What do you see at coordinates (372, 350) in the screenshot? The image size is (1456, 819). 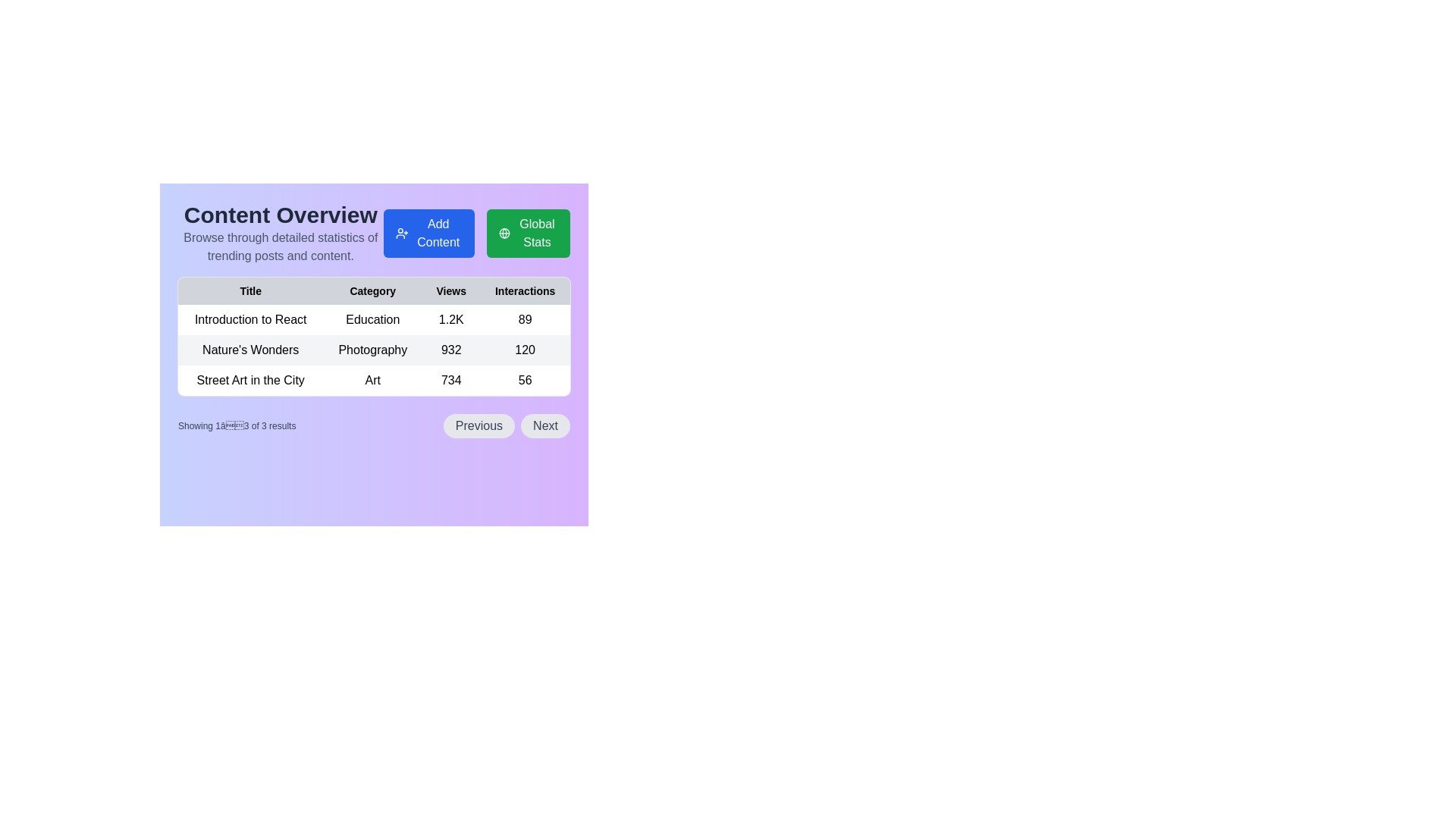 I see `the text label displaying 'Photography' which is located under the 'Category' column in the data table, positioned to the right of 'Nature's Wonders'` at bounding box center [372, 350].